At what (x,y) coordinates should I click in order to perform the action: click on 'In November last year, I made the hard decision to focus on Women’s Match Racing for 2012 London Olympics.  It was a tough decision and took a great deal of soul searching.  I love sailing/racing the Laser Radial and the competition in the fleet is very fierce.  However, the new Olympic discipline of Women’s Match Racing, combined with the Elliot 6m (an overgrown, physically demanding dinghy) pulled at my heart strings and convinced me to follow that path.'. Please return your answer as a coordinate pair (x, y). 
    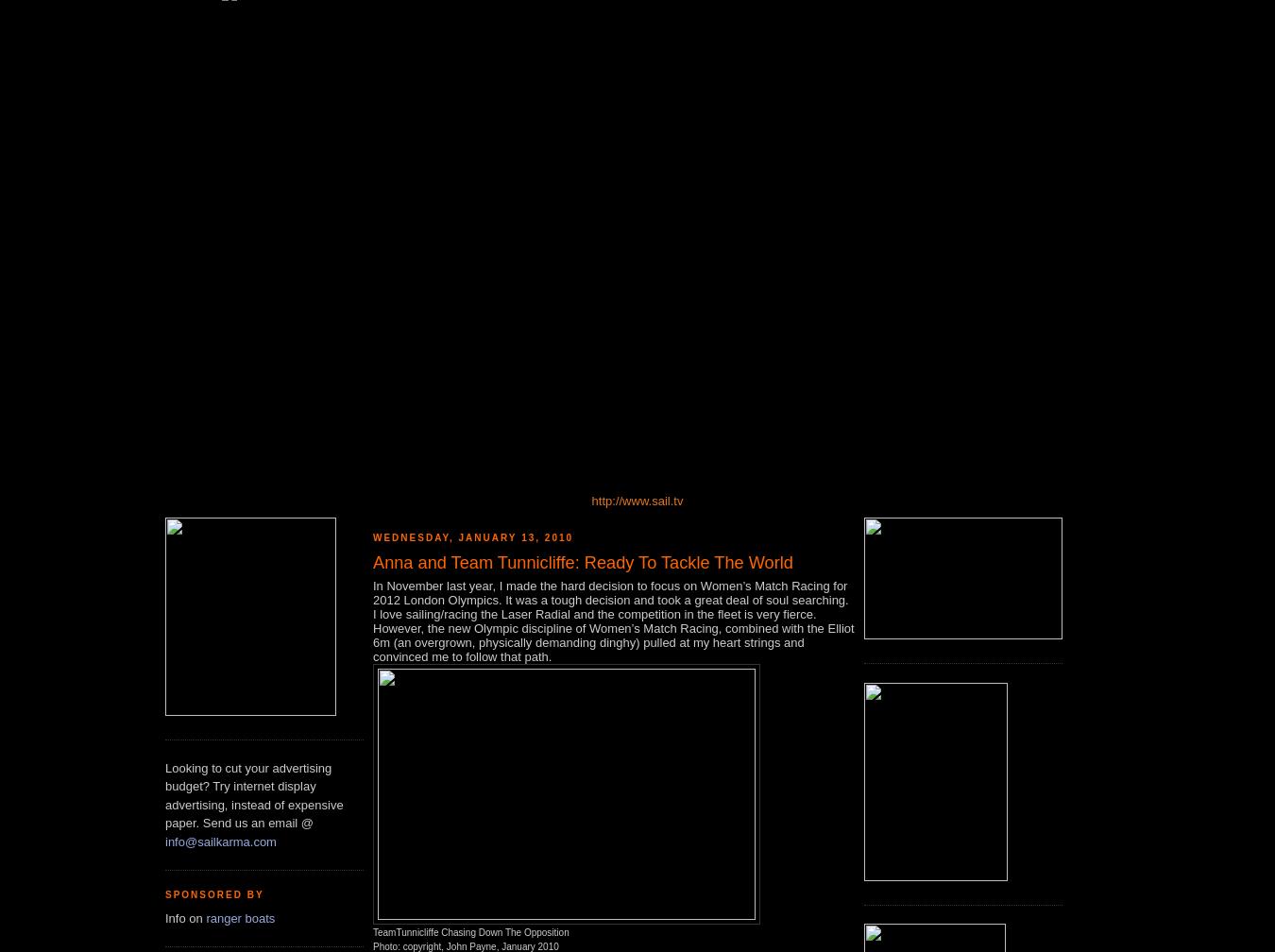
    Looking at the image, I should click on (613, 620).